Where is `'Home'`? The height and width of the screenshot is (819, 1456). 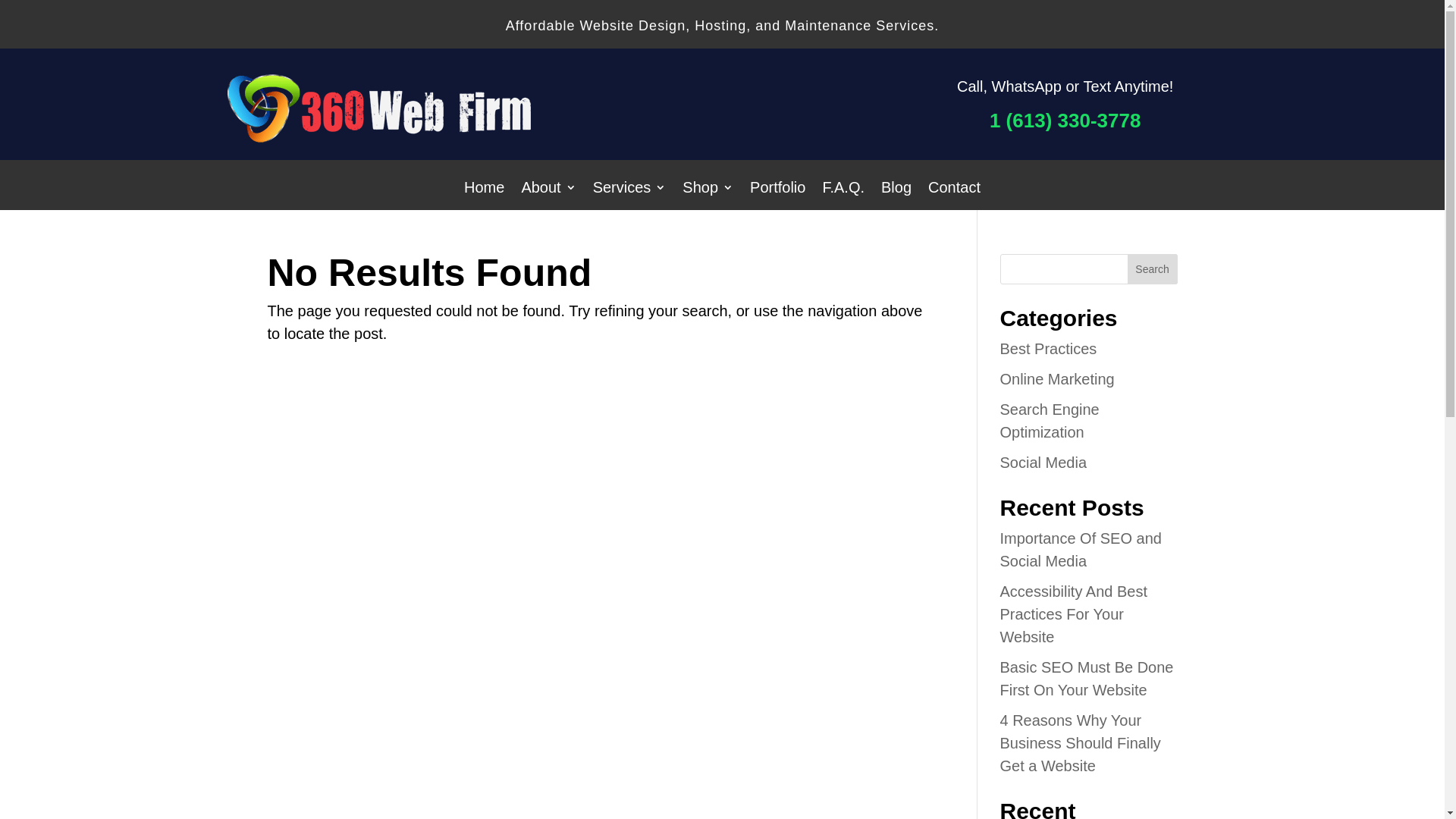
'Home' is located at coordinates (483, 189).